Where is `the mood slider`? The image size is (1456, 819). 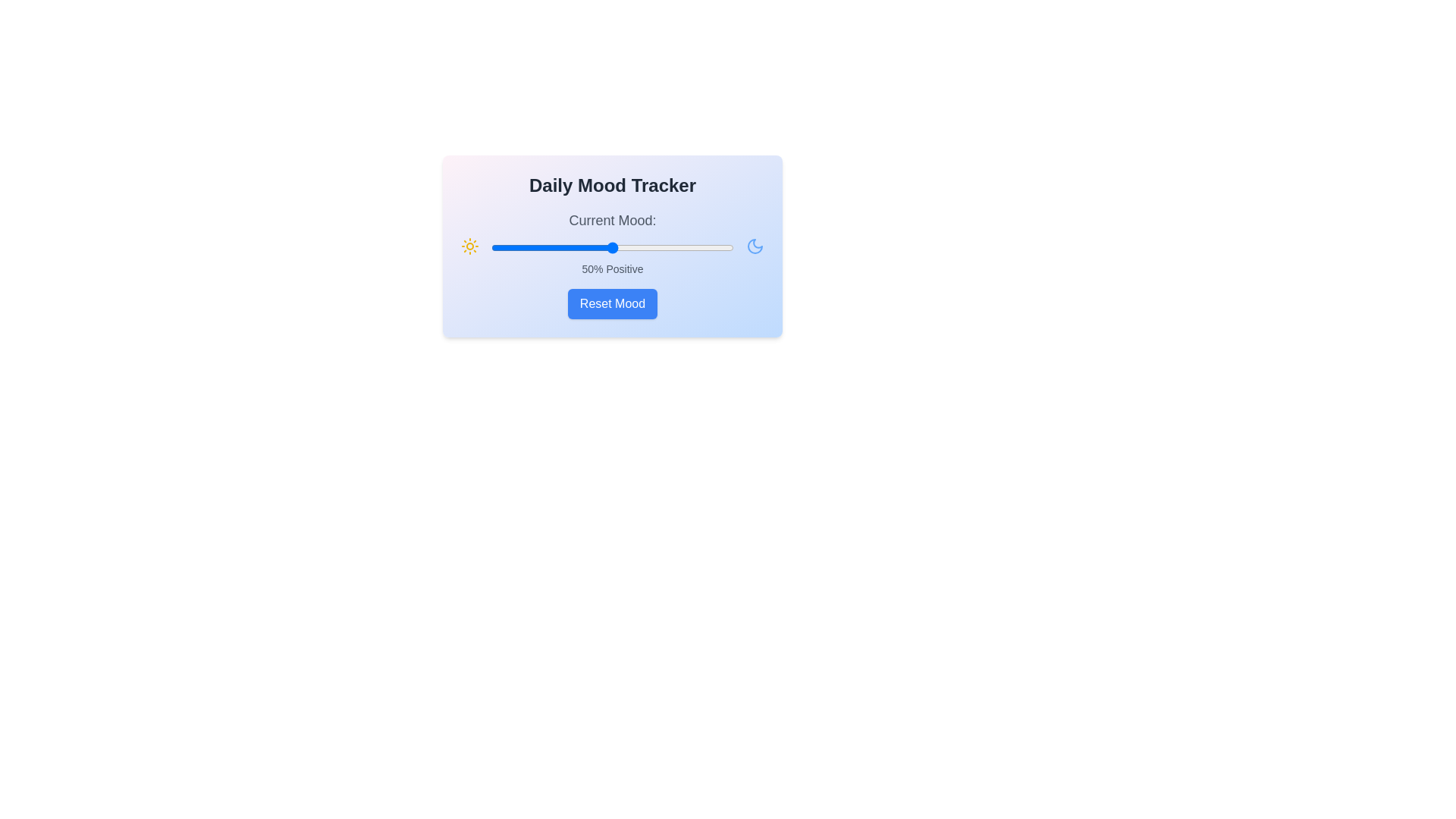
the mood slider is located at coordinates (525, 247).